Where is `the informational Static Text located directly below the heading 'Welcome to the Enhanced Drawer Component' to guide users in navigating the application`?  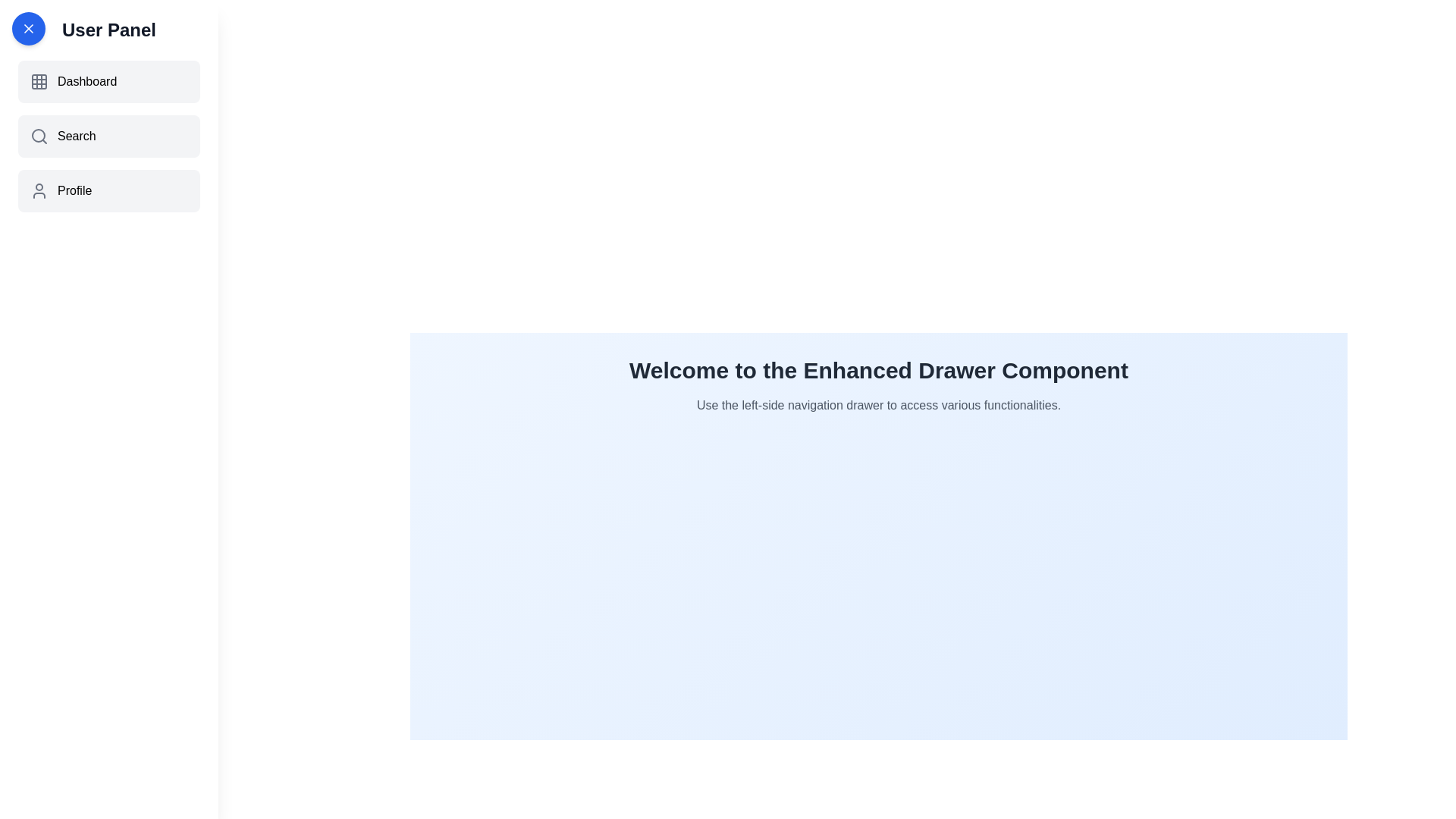
the informational Static Text located directly below the heading 'Welcome to the Enhanced Drawer Component' to guide users in navigating the application is located at coordinates (878, 405).